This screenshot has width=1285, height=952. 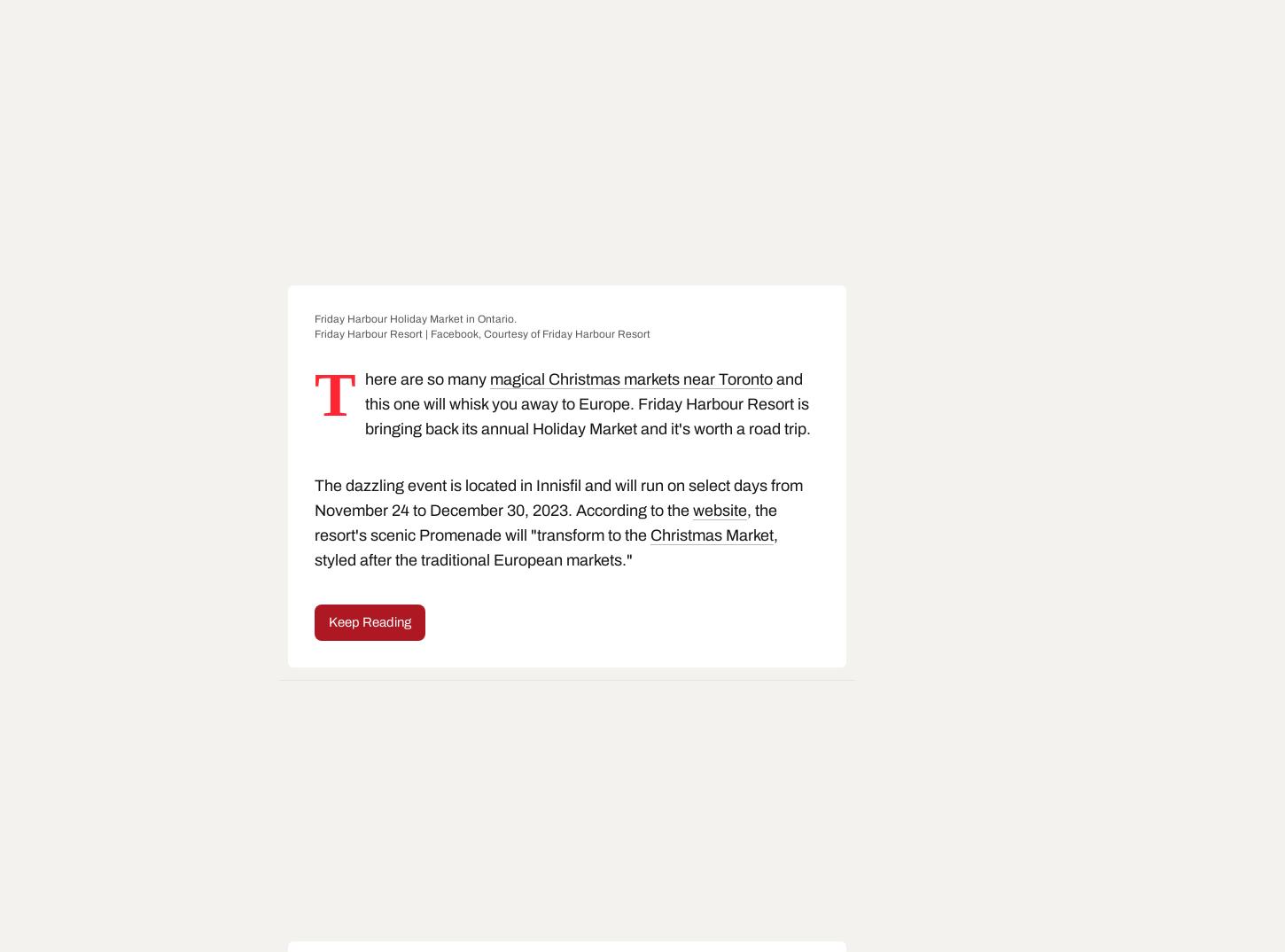 I want to click on 'There are so many', so click(x=401, y=393).